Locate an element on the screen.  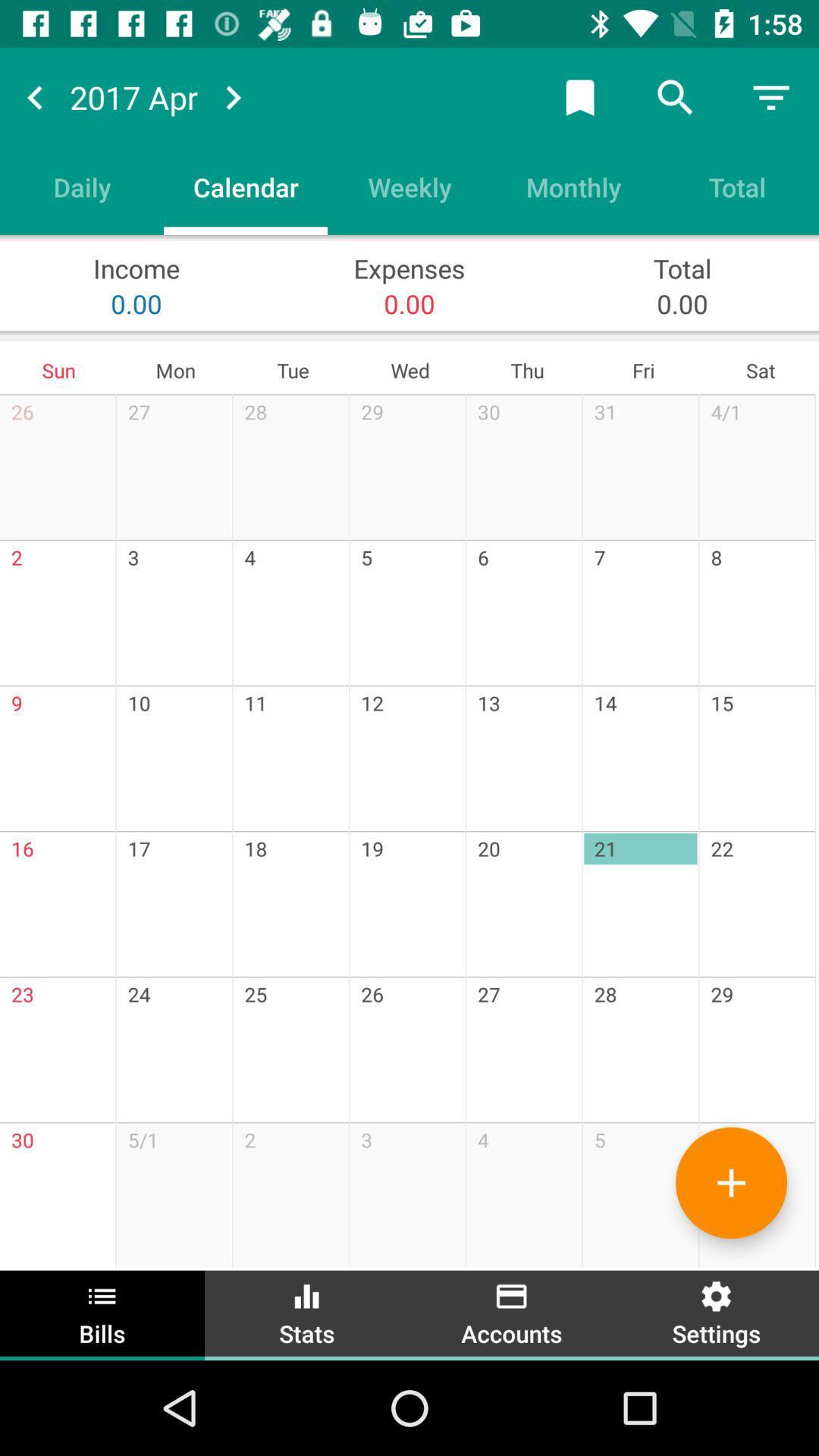
item next to the calendar item is located at coordinates (82, 186).